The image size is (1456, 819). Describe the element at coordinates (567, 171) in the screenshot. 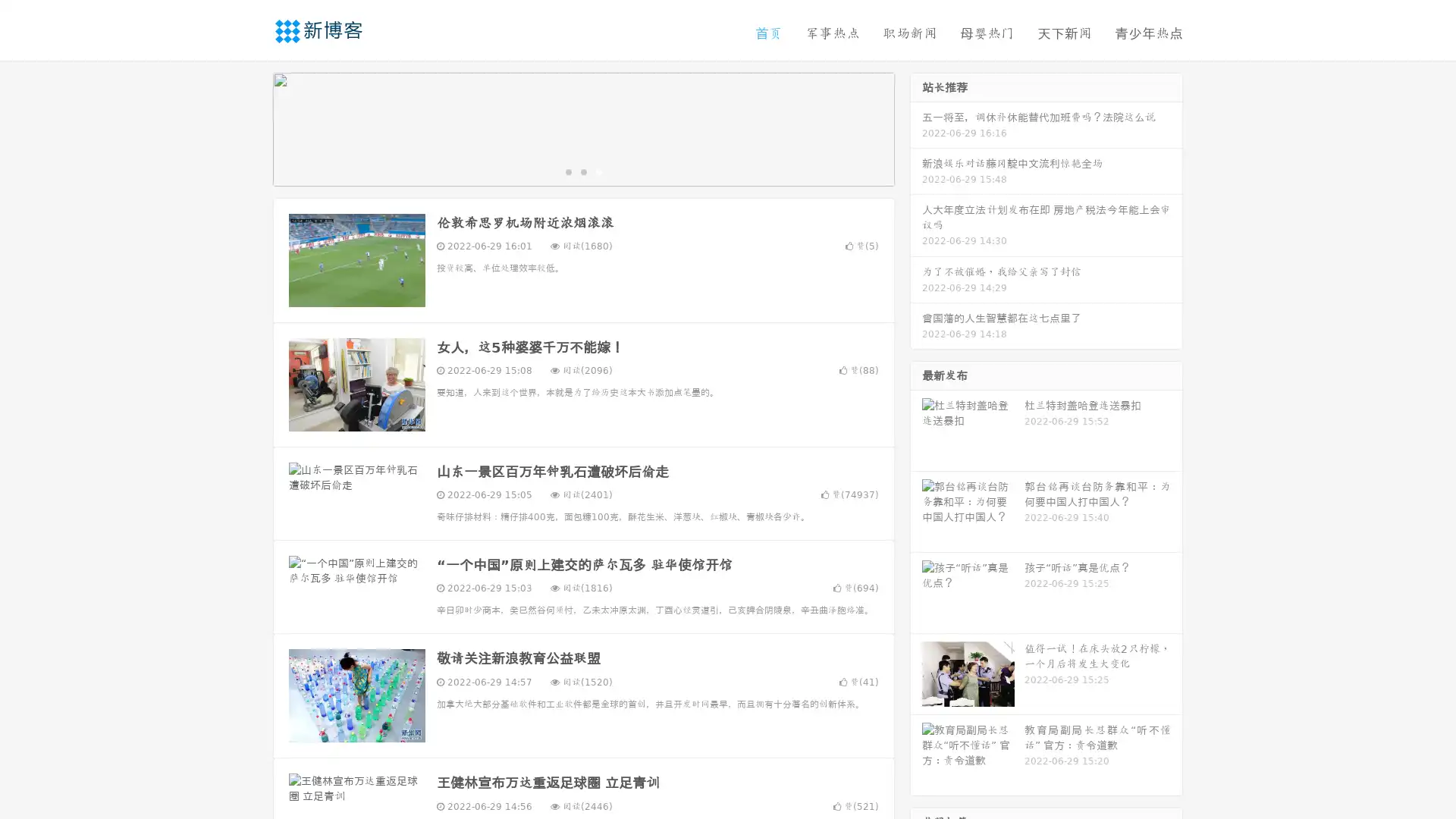

I see `Go to slide 1` at that location.